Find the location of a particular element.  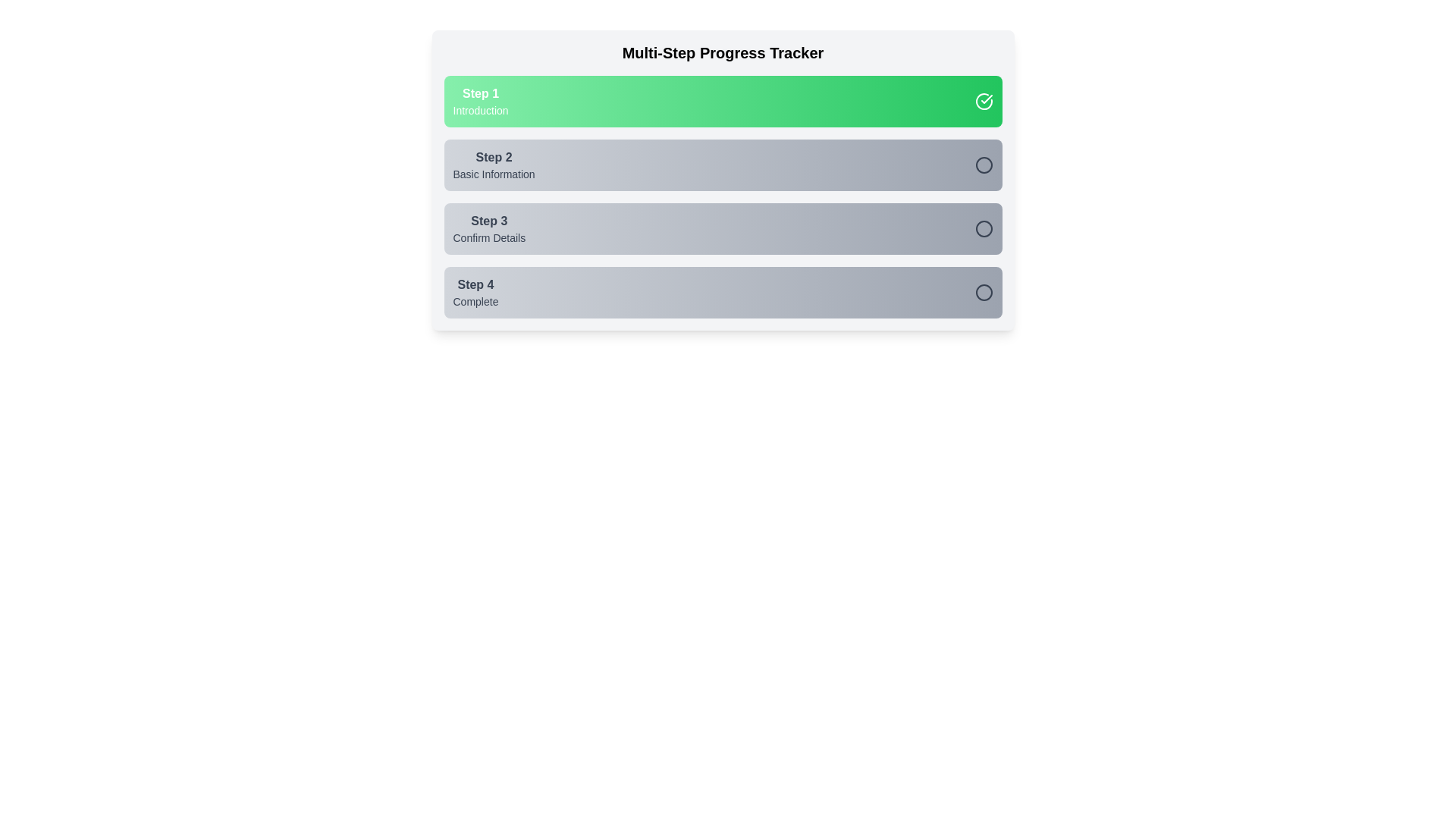

the bold text label displaying 'Step 2', which is located in the second step section of a multi-step progress tracker, positioned below the active step (Step 1) and above Step 3 is located at coordinates (494, 158).